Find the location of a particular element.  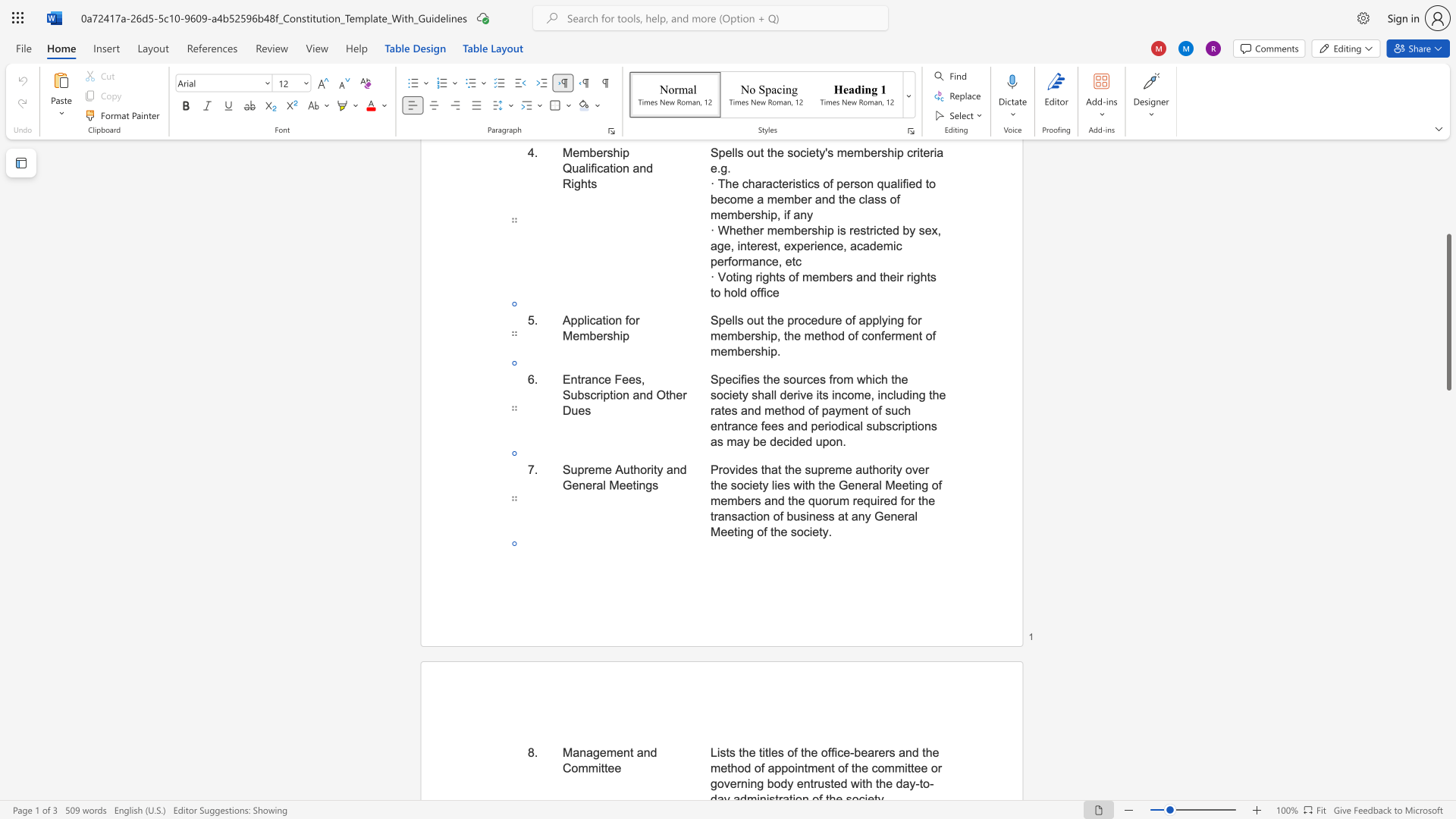

the space between the continuous character "c" and "i" in the text is located at coordinates (808, 531).